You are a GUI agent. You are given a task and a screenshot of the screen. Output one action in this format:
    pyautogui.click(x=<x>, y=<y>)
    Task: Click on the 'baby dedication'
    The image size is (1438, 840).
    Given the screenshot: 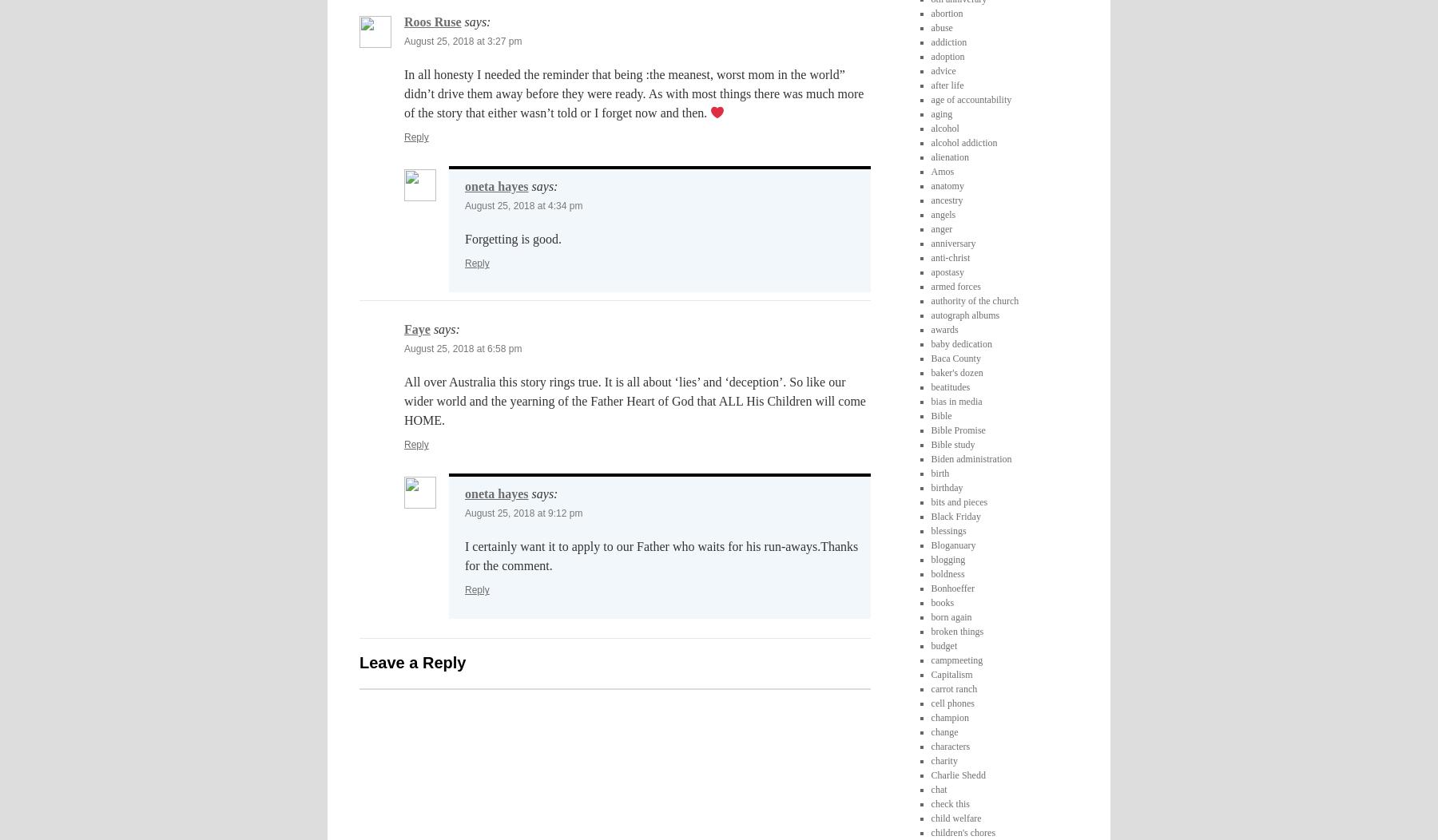 What is the action you would take?
    pyautogui.click(x=959, y=342)
    